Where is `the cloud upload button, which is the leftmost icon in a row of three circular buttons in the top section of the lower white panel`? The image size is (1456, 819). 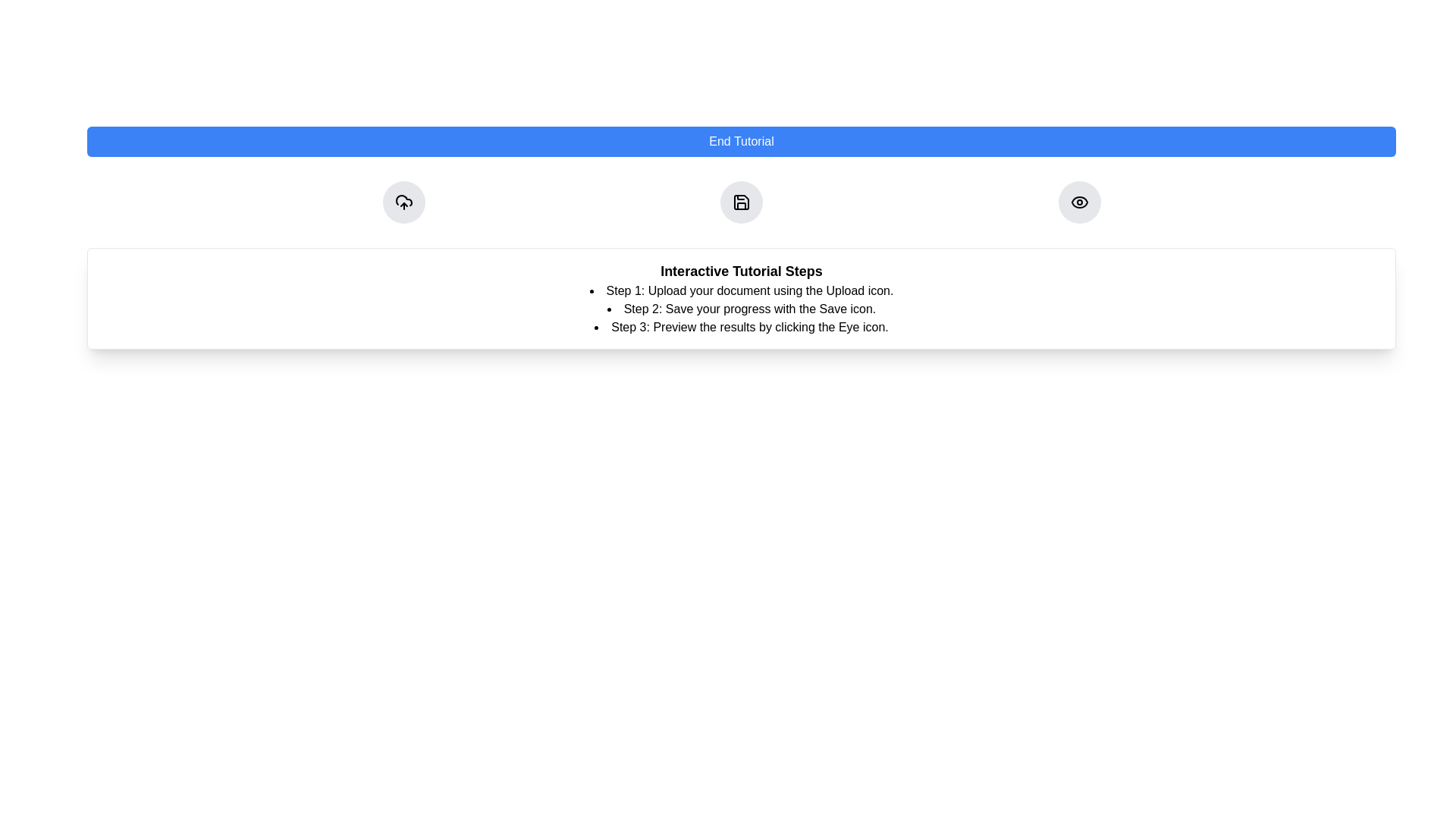
the cloud upload button, which is the leftmost icon in a row of three circular buttons in the top section of the lower white panel is located at coordinates (403, 201).